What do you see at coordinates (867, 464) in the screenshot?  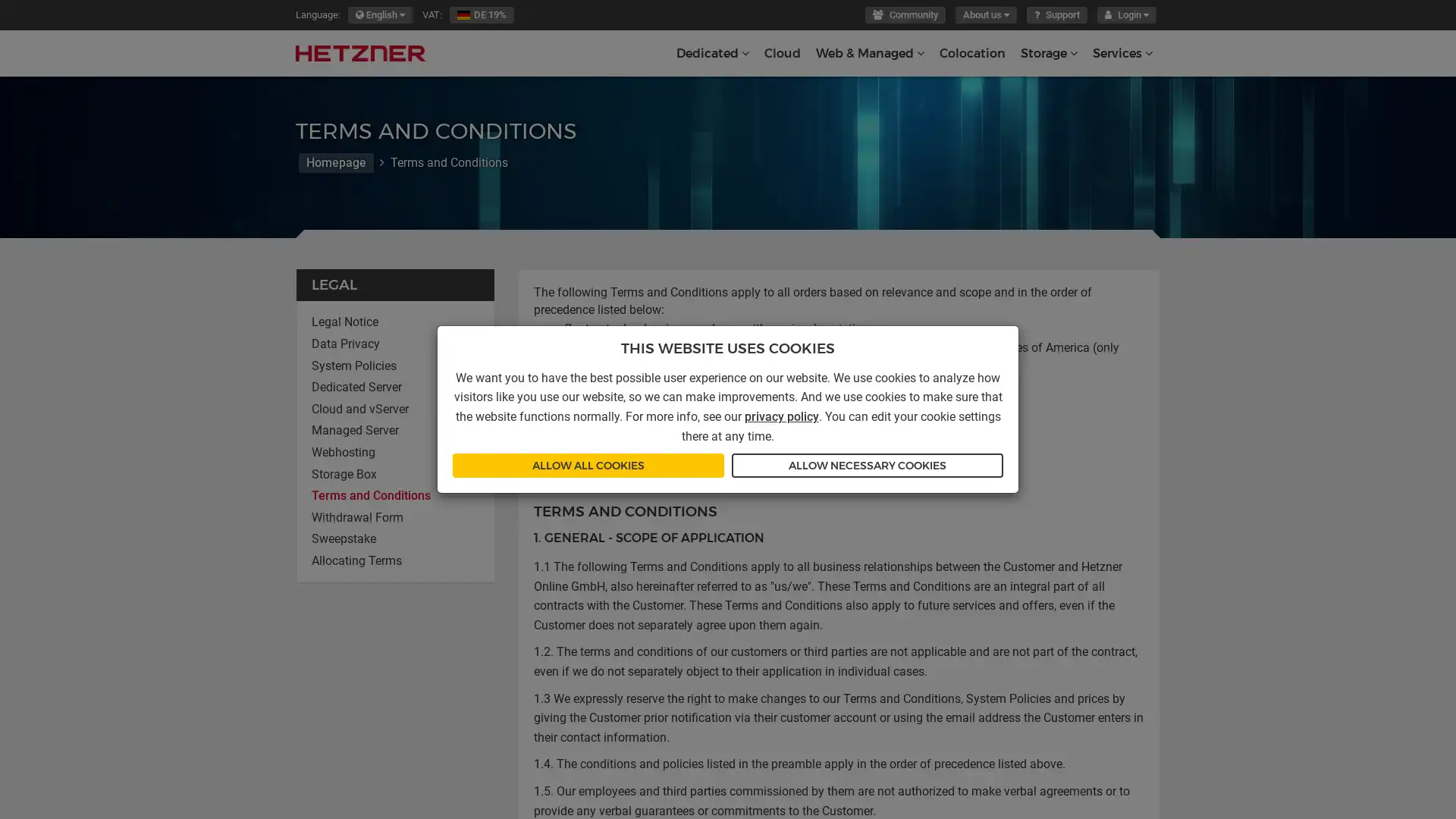 I see `ALLOW NECESSARY COOKIES` at bounding box center [867, 464].